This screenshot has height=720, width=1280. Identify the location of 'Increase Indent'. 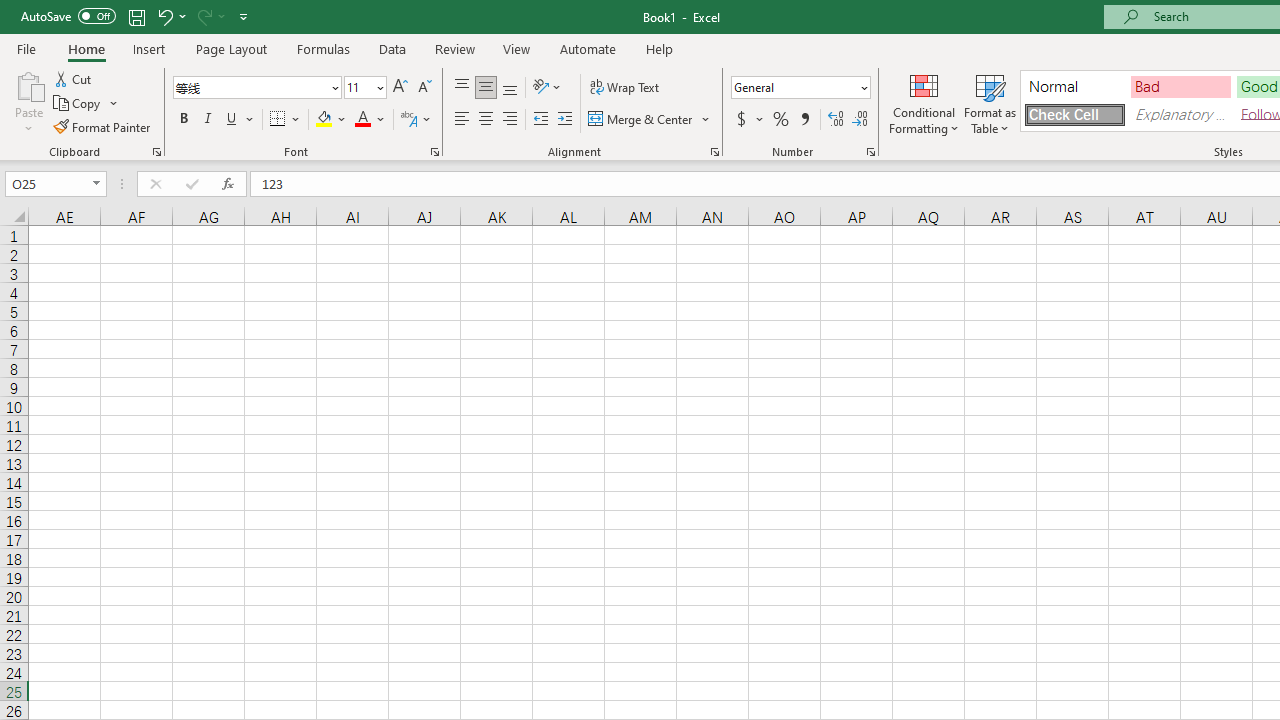
(564, 119).